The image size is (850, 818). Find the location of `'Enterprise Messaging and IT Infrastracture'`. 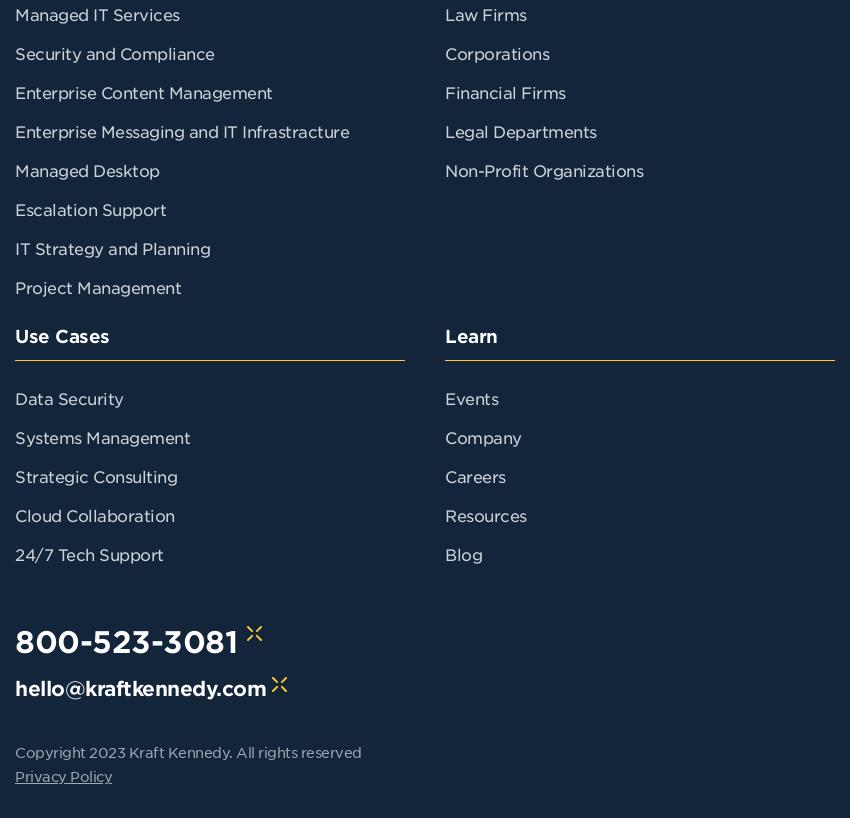

'Enterprise Messaging and IT Infrastracture' is located at coordinates (180, 130).